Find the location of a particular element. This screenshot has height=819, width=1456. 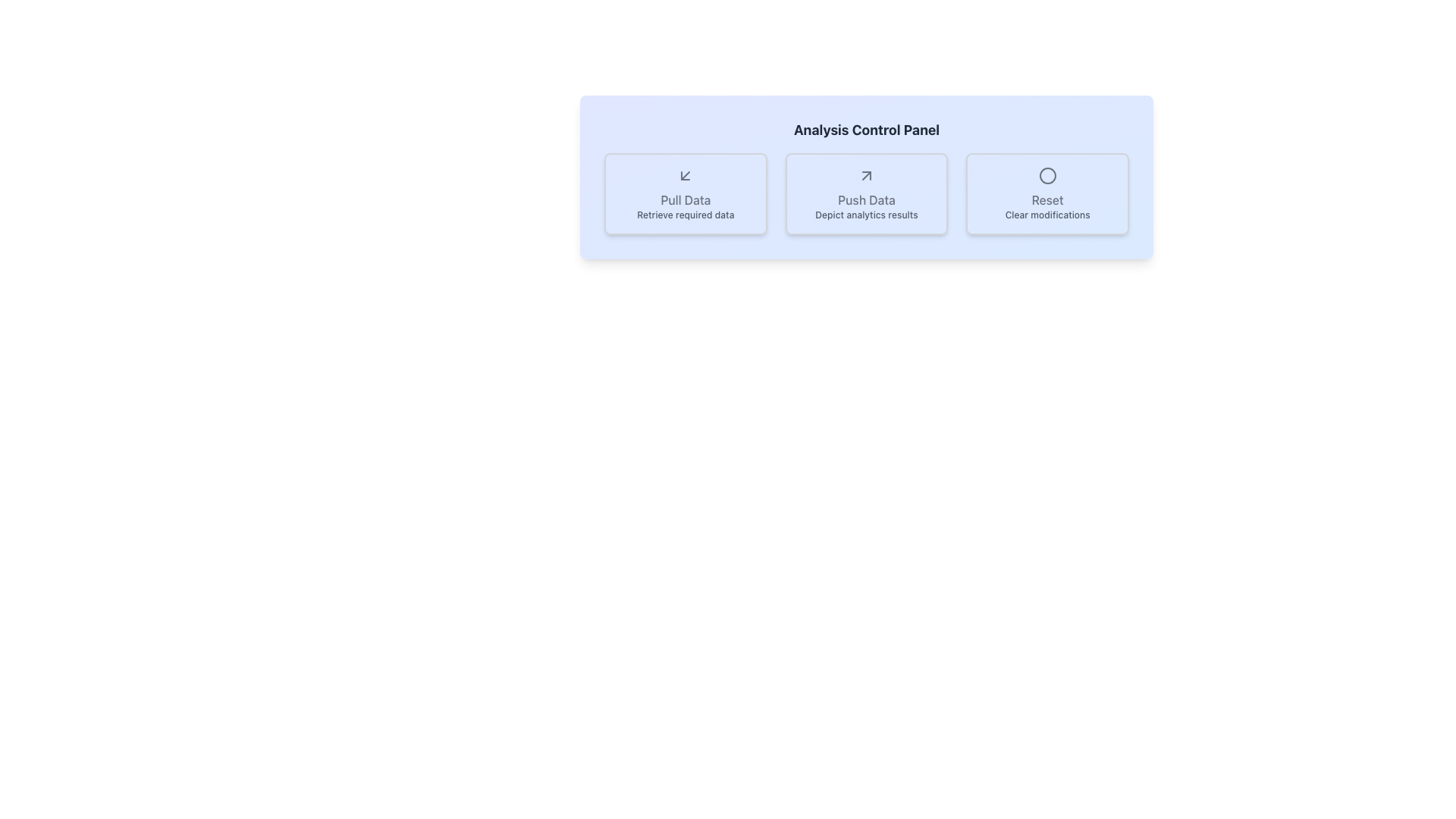

the informational text label located at the bottom of the 'Reset' box, which indicates reverting or clearing changes made in the section is located at coordinates (1046, 215).